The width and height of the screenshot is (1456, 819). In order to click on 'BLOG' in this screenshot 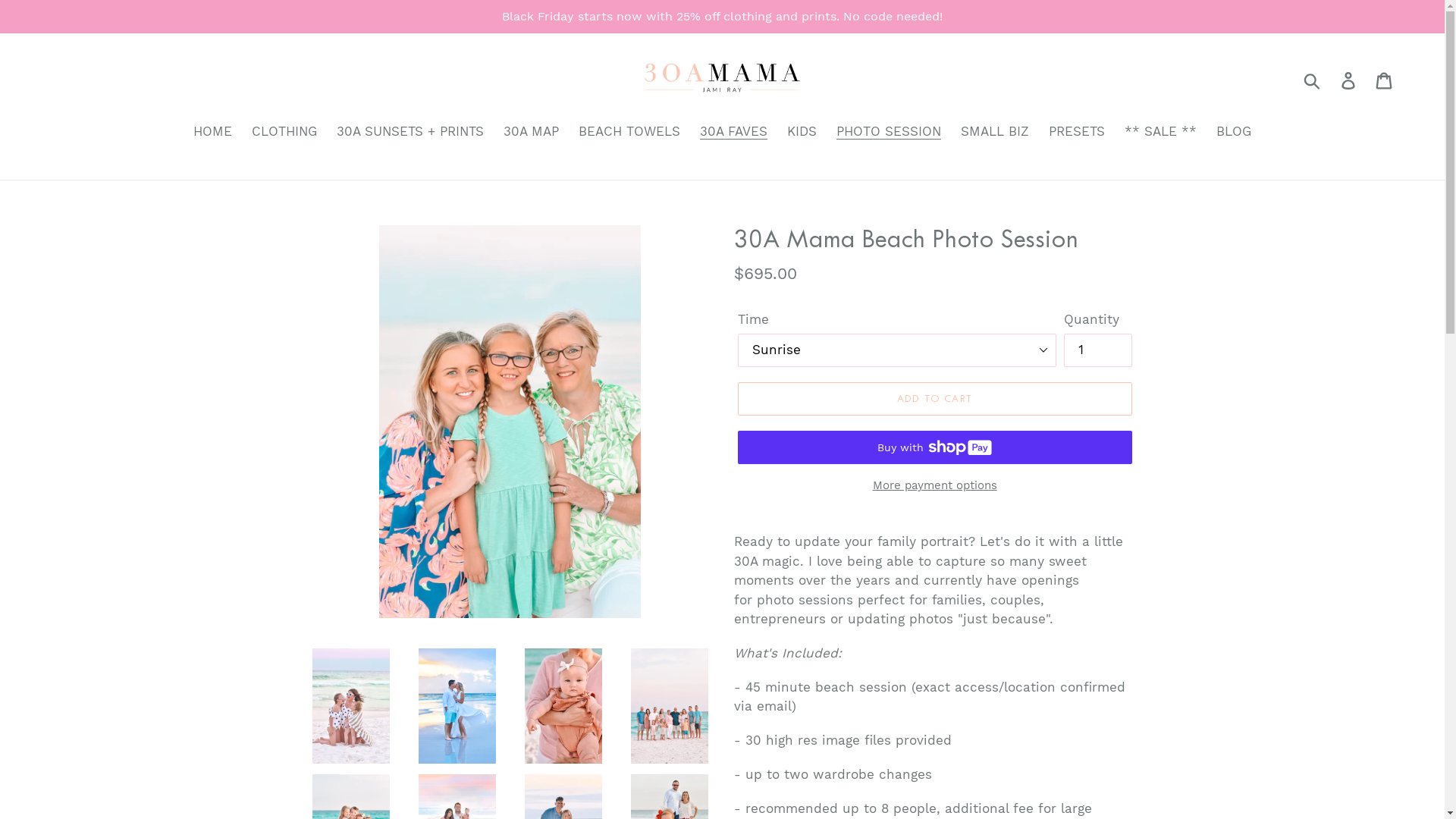, I will do `click(1234, 132)`.